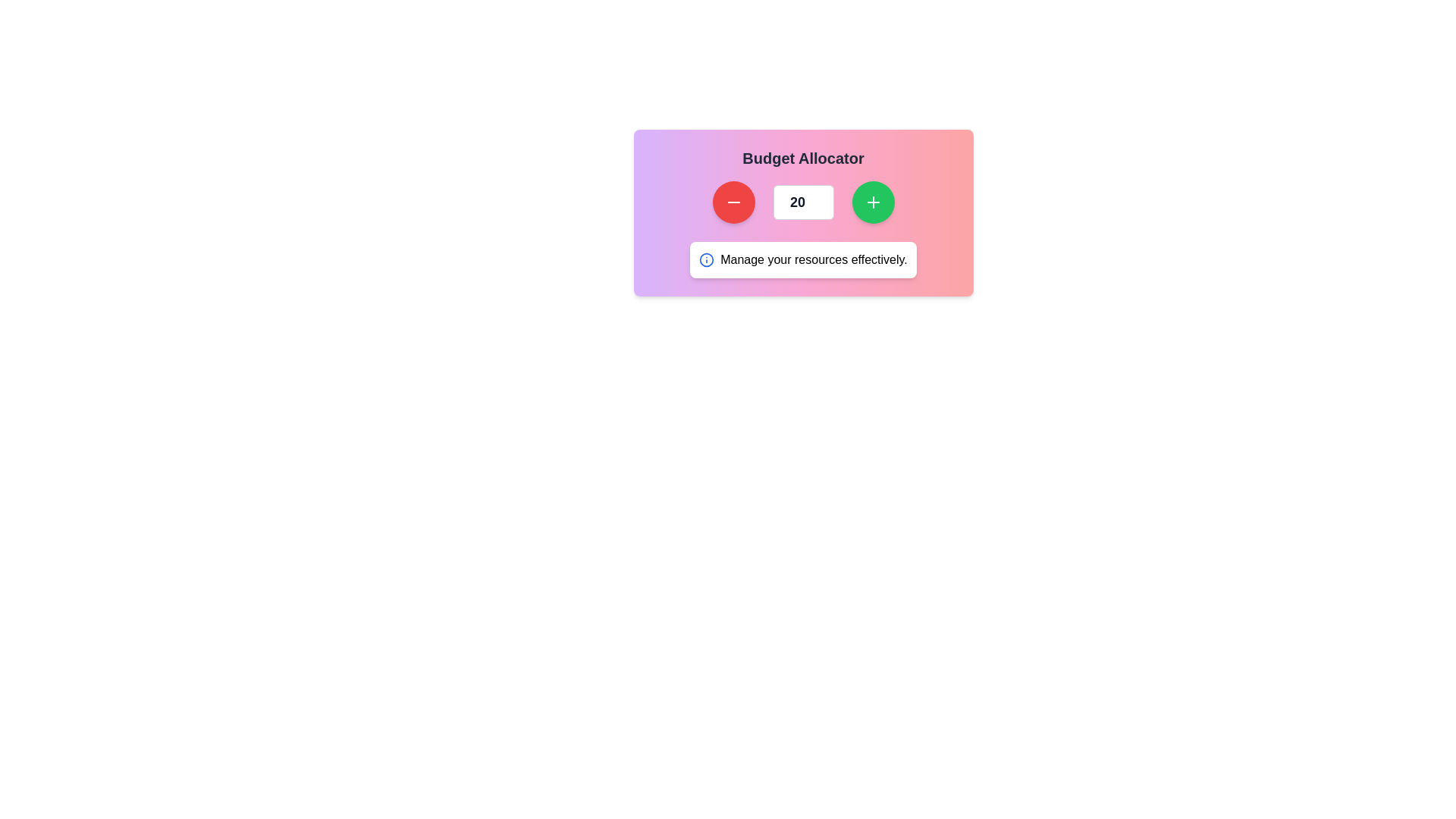 This screenshot has height=819, width=1456. I want to click on the minimalistic minus icon centered within the circular red button to decrement the value in the 'Budget Allocator' interface, so click(733, 201).